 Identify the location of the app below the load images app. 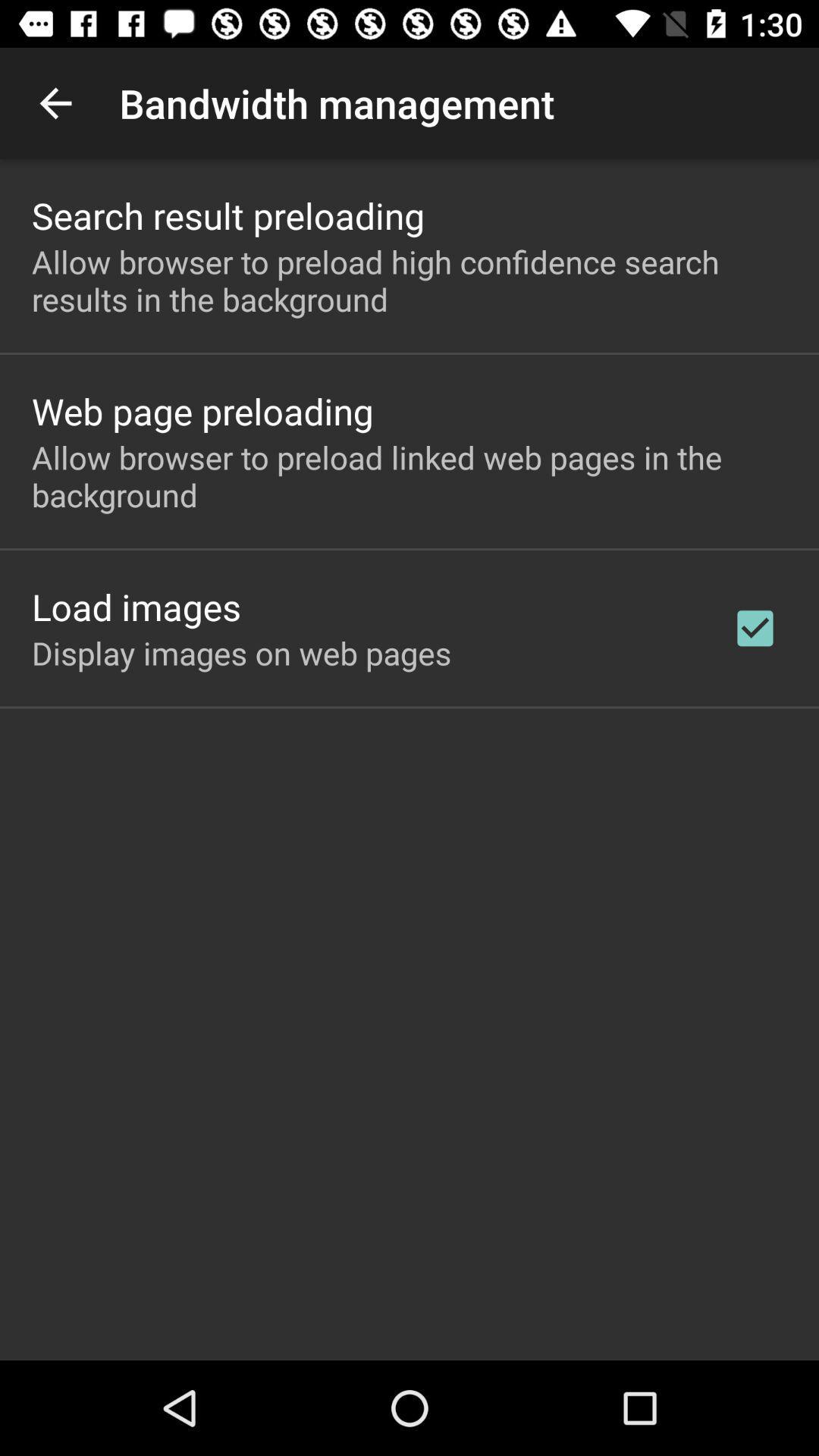
(240, 652).